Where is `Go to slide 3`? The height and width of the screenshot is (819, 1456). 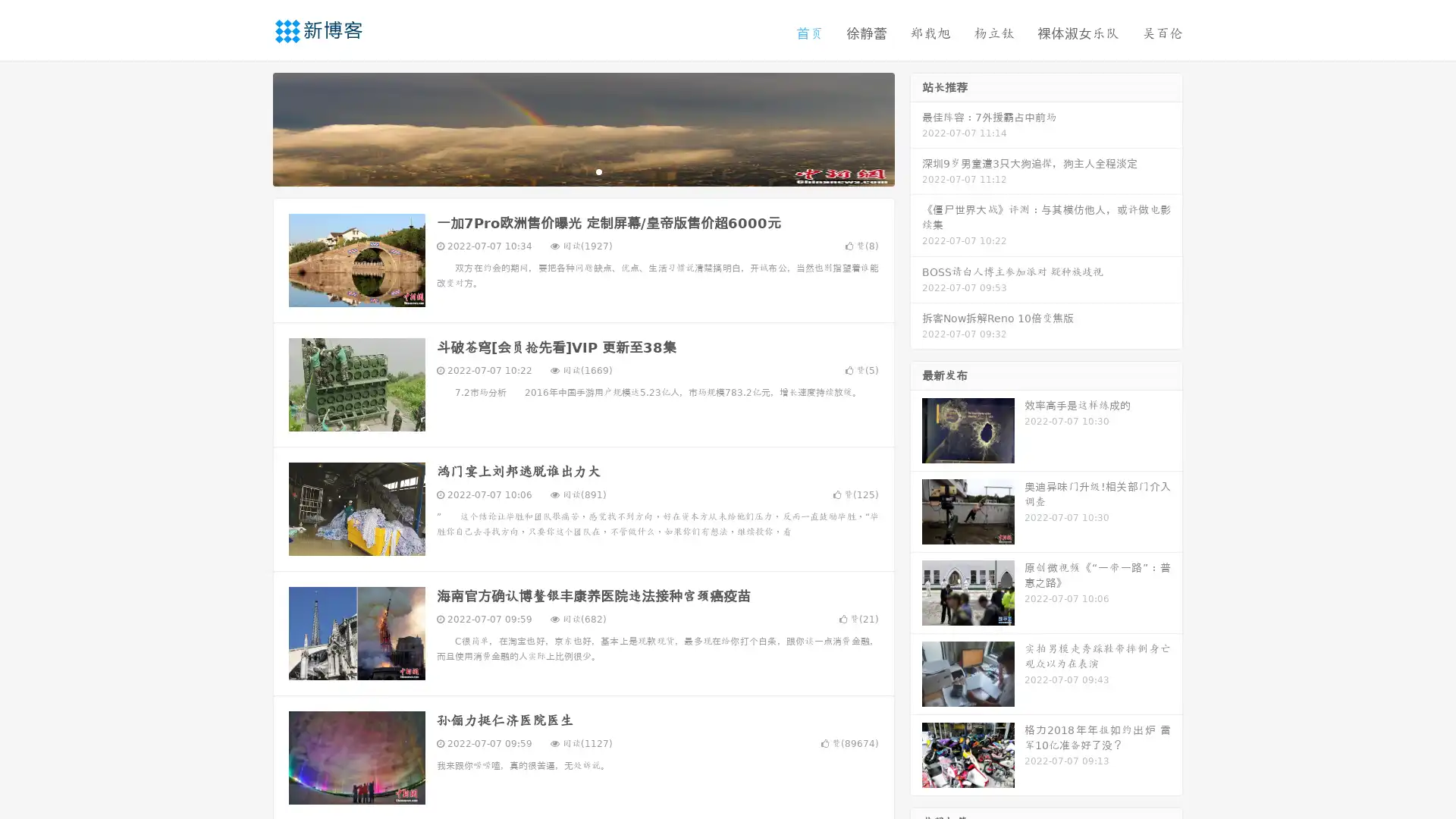
Go to slide 3 is located at coordinates (598, 171).